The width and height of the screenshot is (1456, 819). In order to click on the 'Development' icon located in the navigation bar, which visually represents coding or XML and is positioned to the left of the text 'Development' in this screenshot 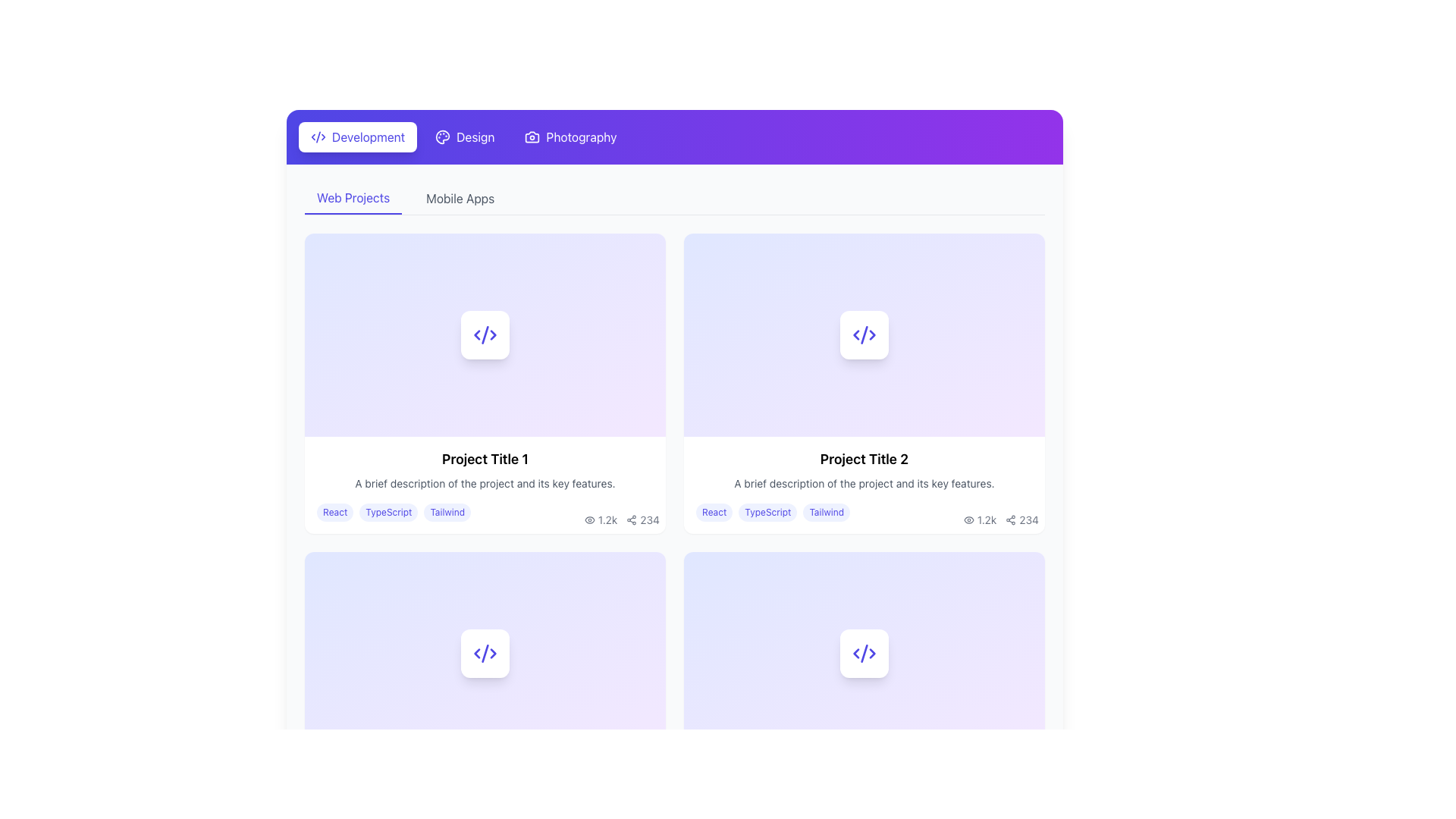, I will do `click(318, 137)`.